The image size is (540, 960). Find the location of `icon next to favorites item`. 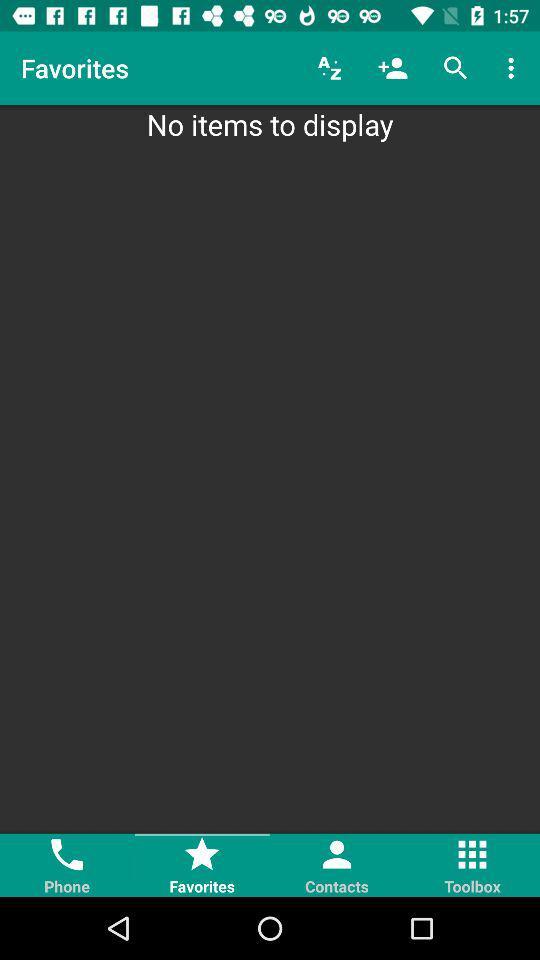

icon next to favorites item is located at coordinates (329, 68).